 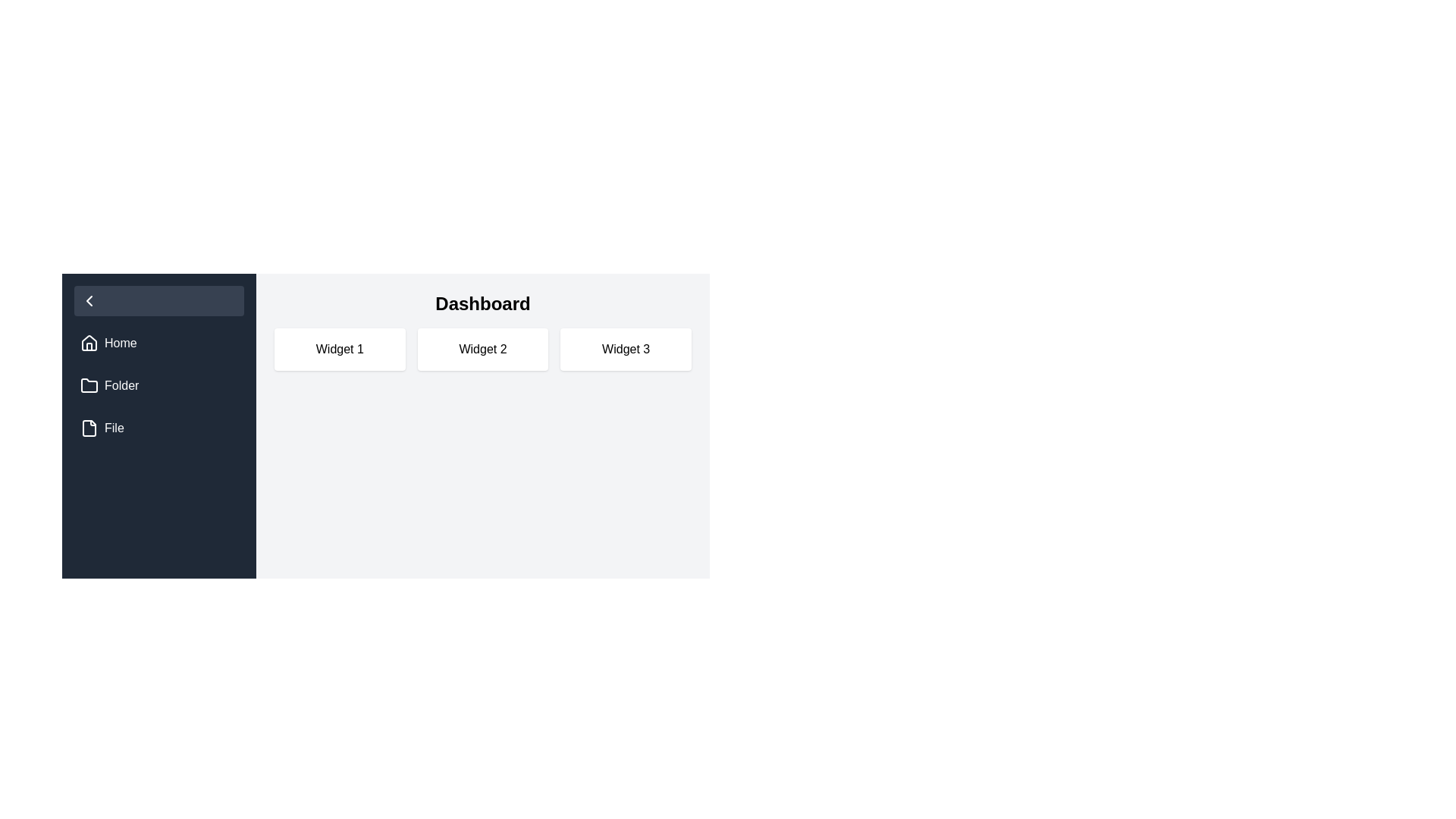 What do you see at coordinates (89, 301) in the screenshot?
I see `the left-pointing chevron SVG icon located in the sidebar` at bounding box center [89, 301].